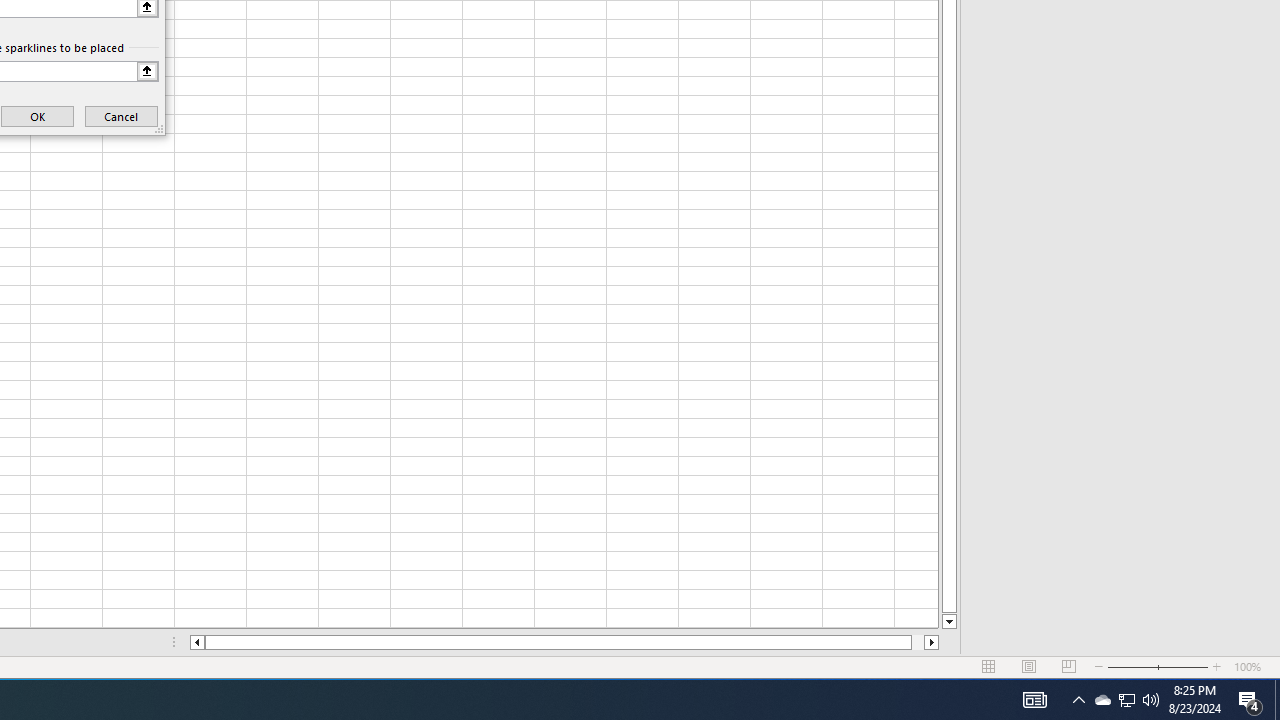  Describe the element at coordinates (1132, 667) in the screenshot. I see `'Zoom Out'` at that location.